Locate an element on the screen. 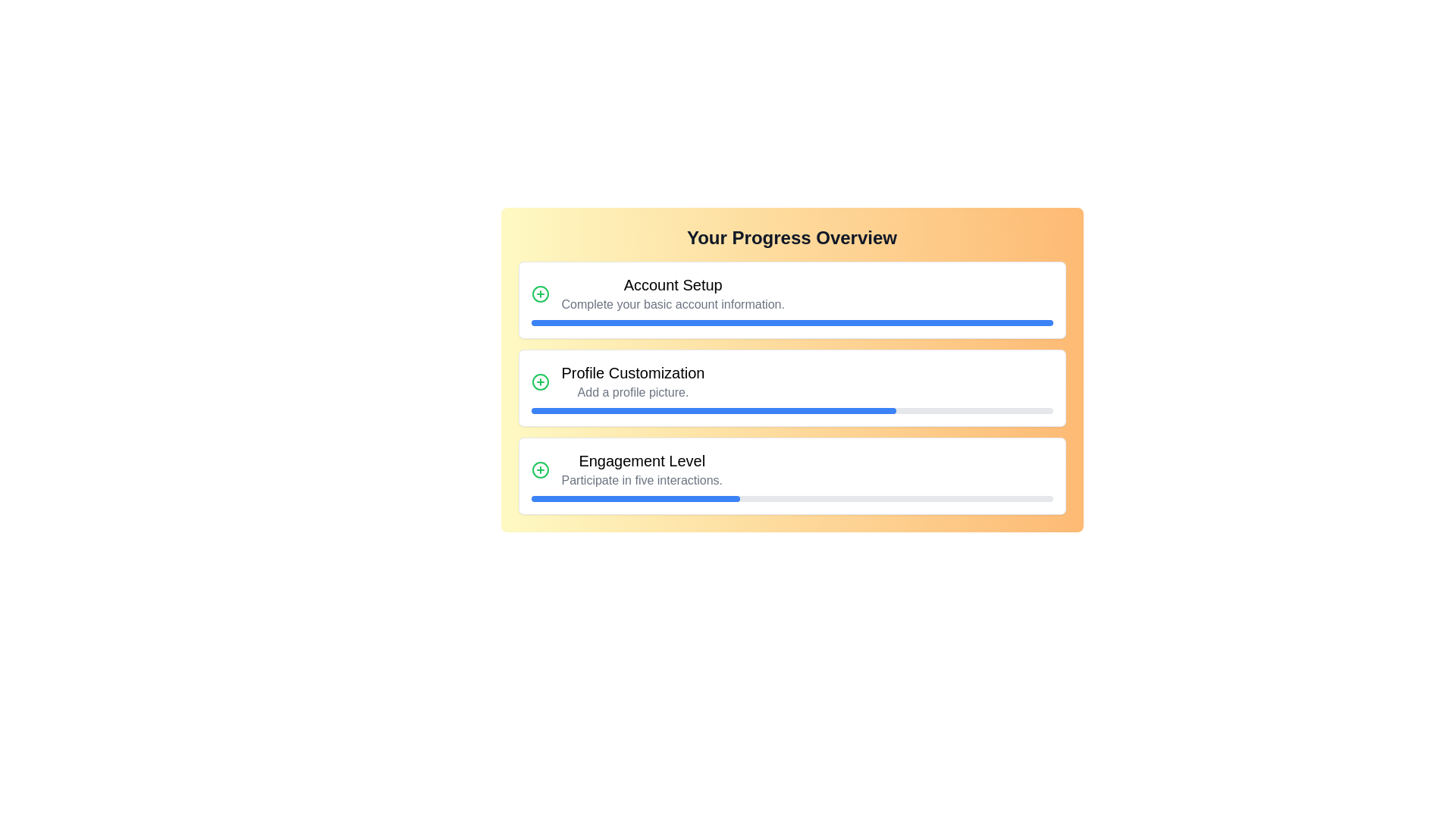 The image size is (1456, 819). the progress bar located within the 'Account Setup' card, which visually indicates the completion status of a task is located at coordinates (791, 322).